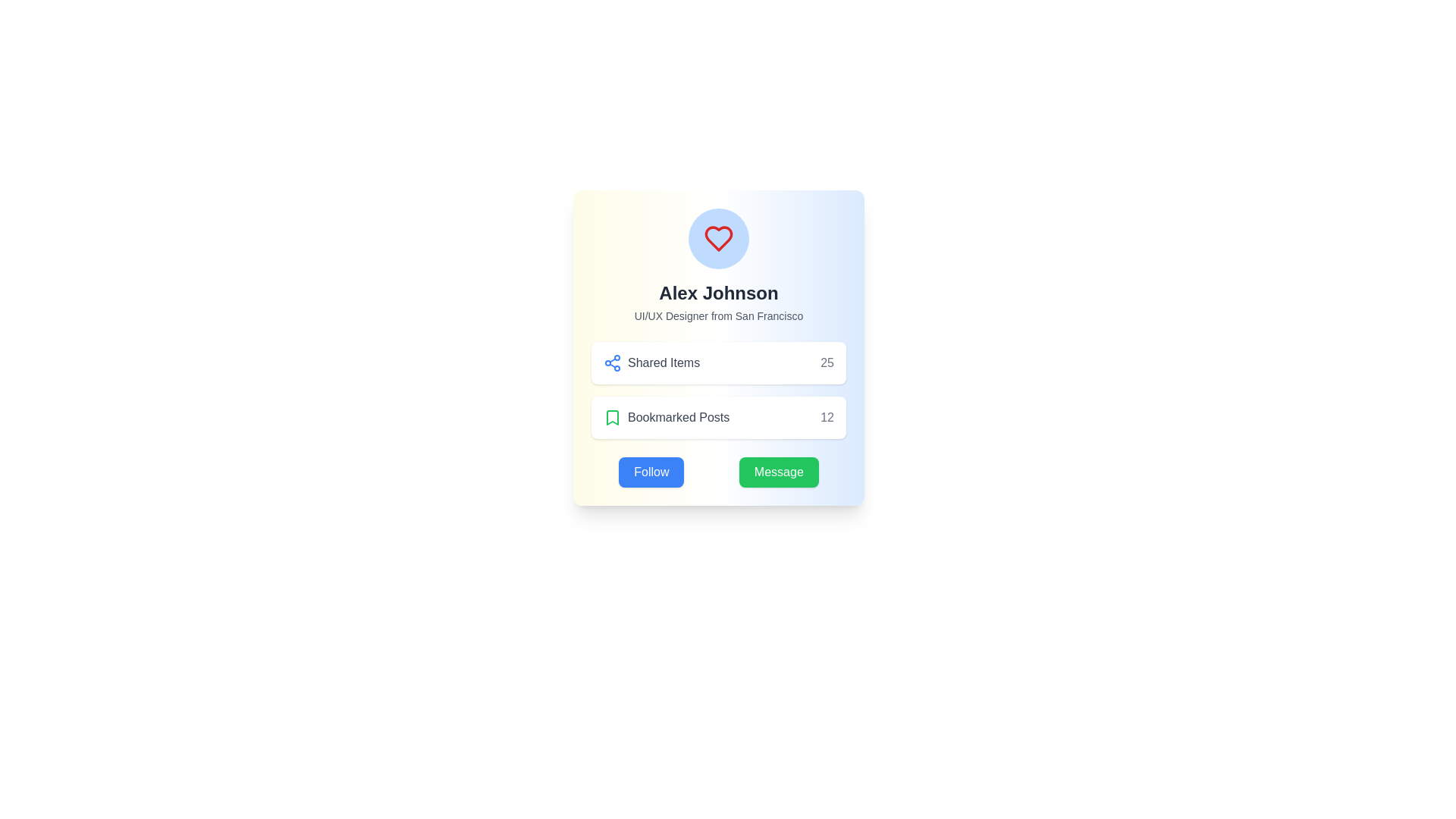 This screenshot has width=1456, height=819. I want to click on the share icon which is styled in blue and located in the 'Shared Items' row of the card interface, positioned to the left of the 'Shared Items' text, so click(612, 362).